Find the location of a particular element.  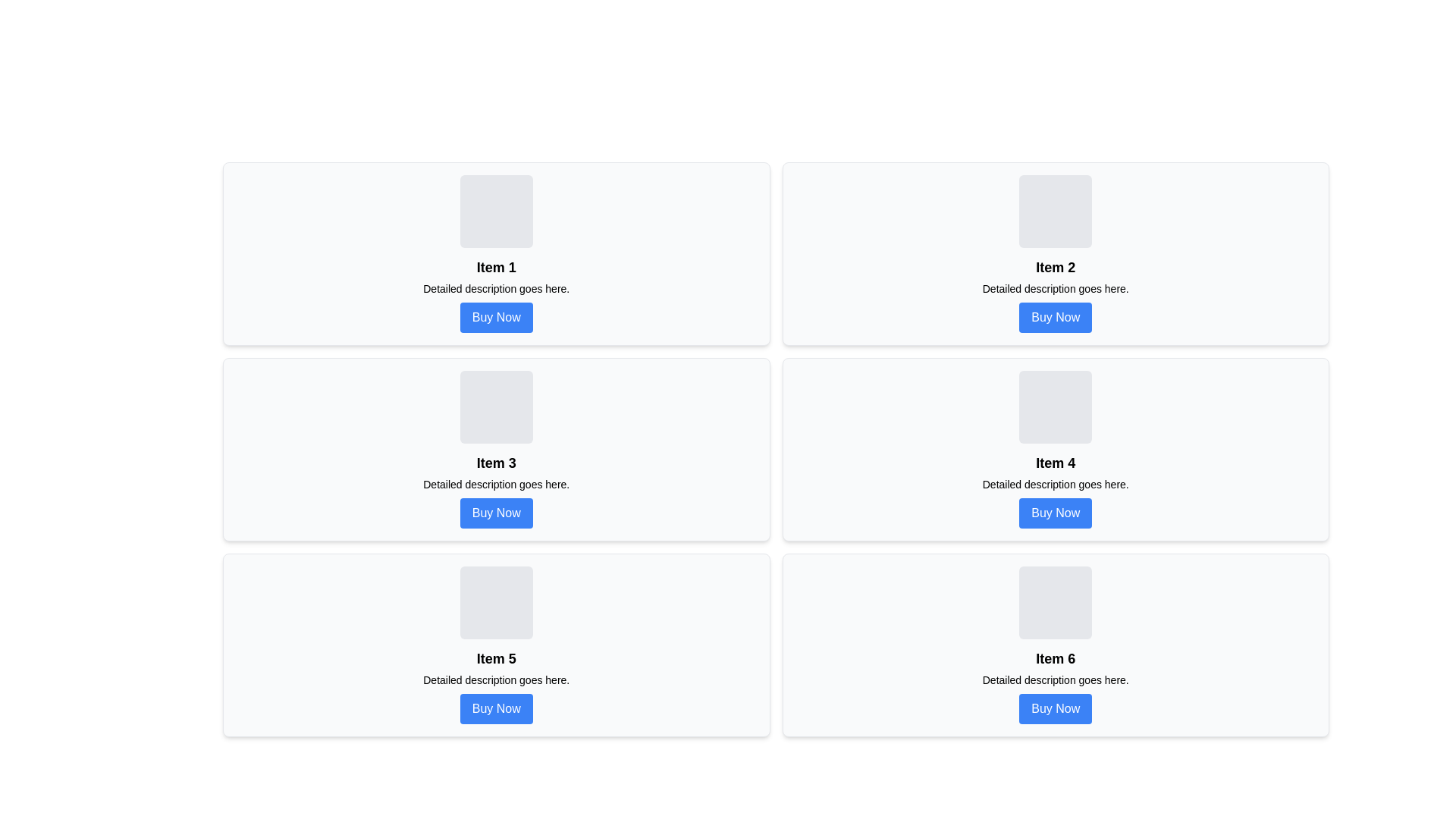

the static text element that says 'Detailed description goes here.' located beneath the title 'Item 4' and above the 'Buy Now' button in the card labeled 'Item 4' is located at coordinates (1055, 485).